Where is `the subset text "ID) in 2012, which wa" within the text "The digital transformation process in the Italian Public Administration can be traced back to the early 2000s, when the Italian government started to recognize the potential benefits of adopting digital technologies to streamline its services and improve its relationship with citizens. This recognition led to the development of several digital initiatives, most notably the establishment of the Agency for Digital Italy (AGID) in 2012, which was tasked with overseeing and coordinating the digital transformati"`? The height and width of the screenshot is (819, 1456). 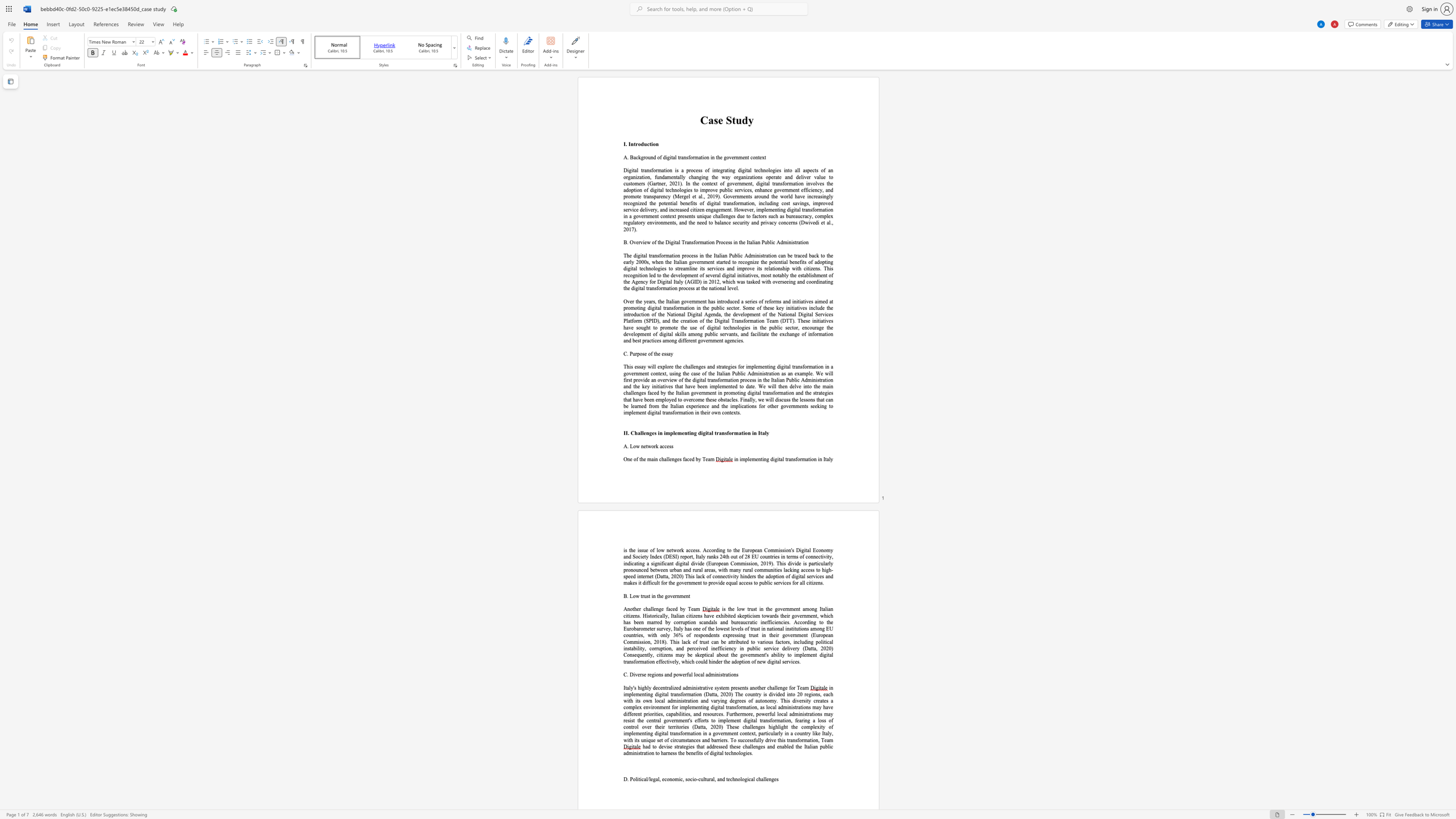 the subset text "ID) in 2012, which wa" within the text "The digital transformation process in the Italian Public Administration can be traced back to the early 2000s, when the Italian government started to recognize the potential benefits of adopting digital technologies to streamline its services and improve its relationship with citizens. This recognition led to the development of several digital initiatives, most notably the establishment of the Agency for Digital Italy (AGID) in 2012, which was tasked with overseeing and coordinating the digital transformati" is located at coordinates (694, 281).